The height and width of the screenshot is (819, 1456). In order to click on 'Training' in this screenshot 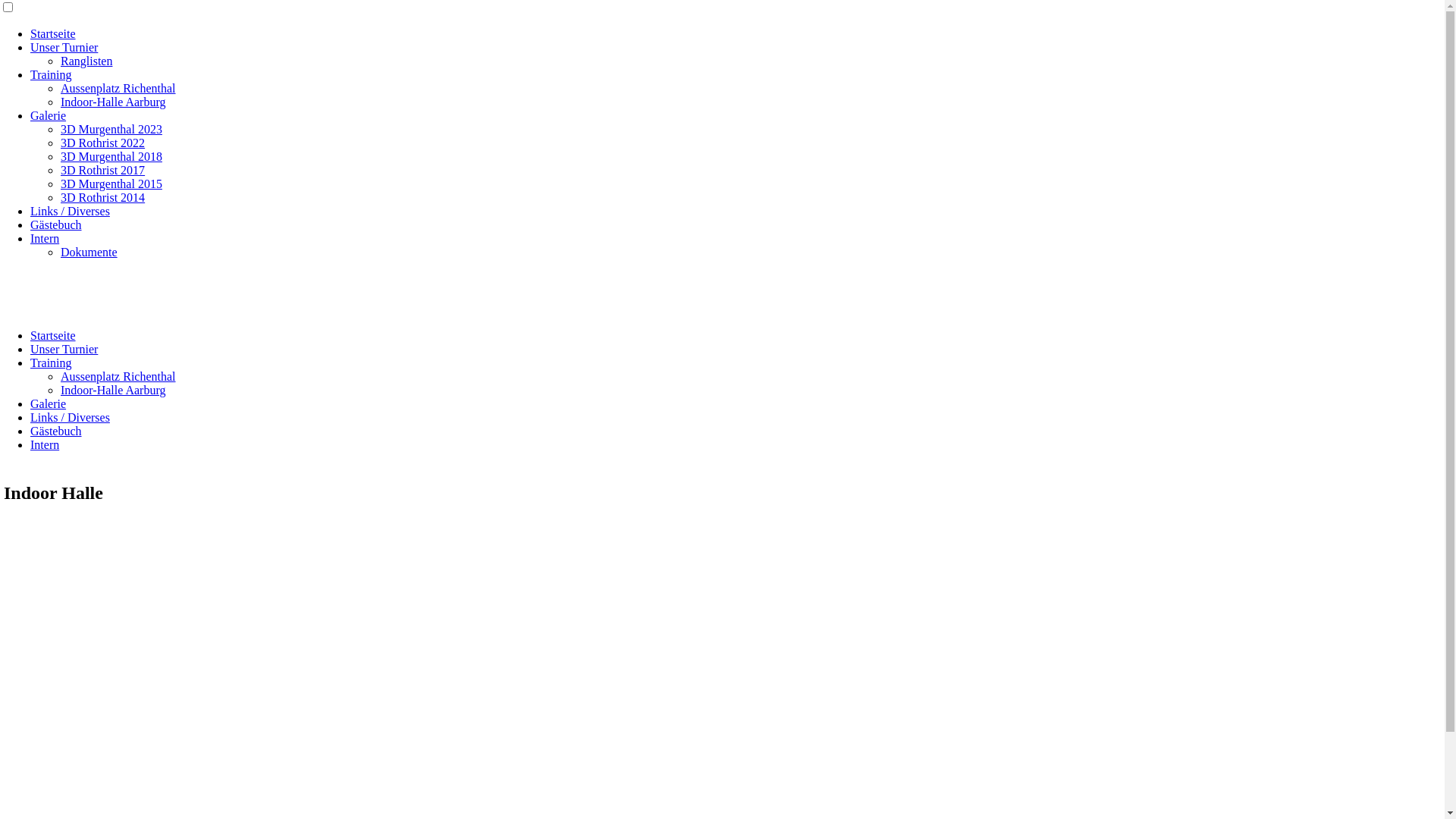, I will do `click(30, 362)`.